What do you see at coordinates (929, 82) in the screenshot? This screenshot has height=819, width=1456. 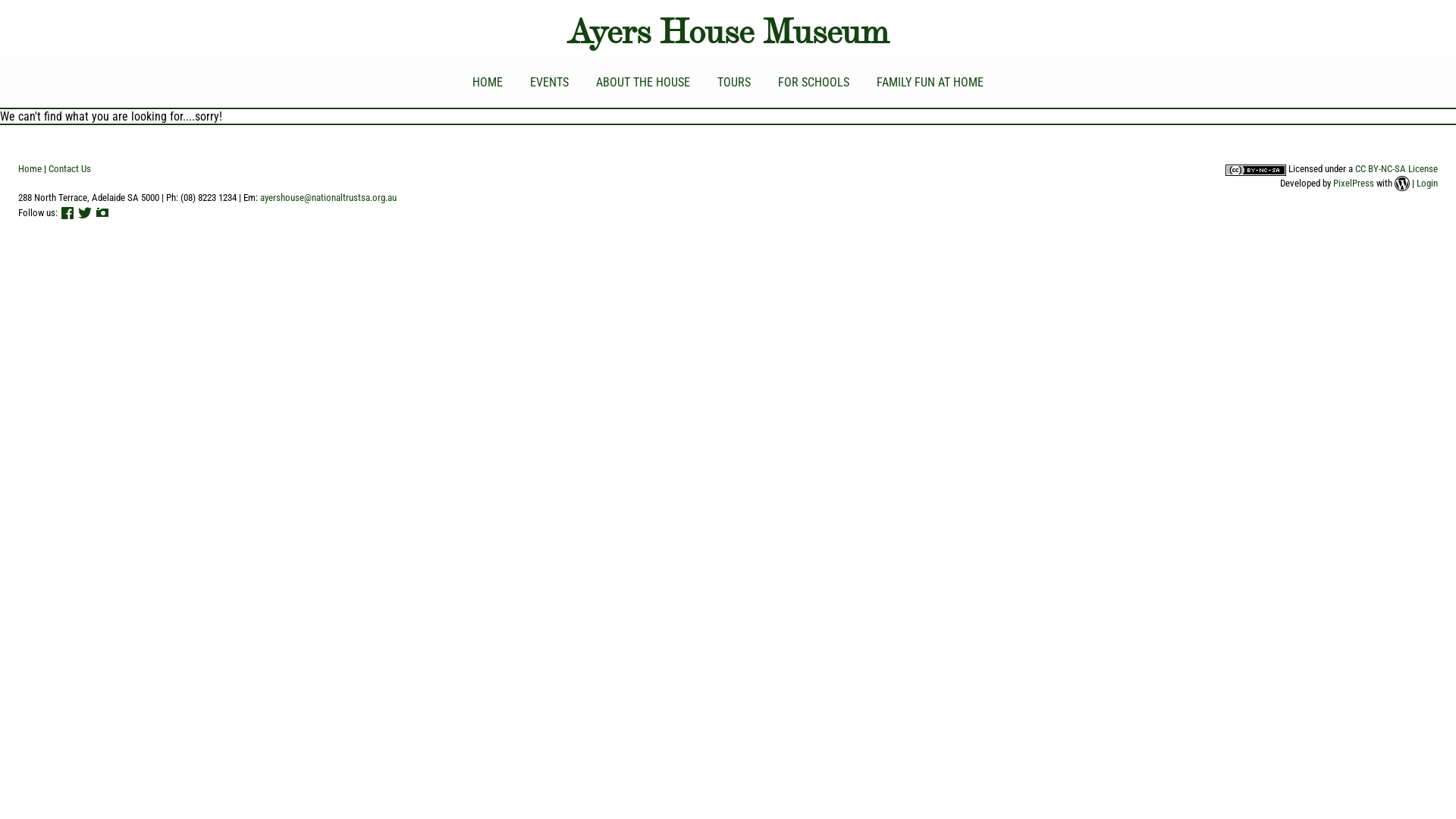 I see `'FAMILY FUN AT HOME'` at bounding box center [929, 82].